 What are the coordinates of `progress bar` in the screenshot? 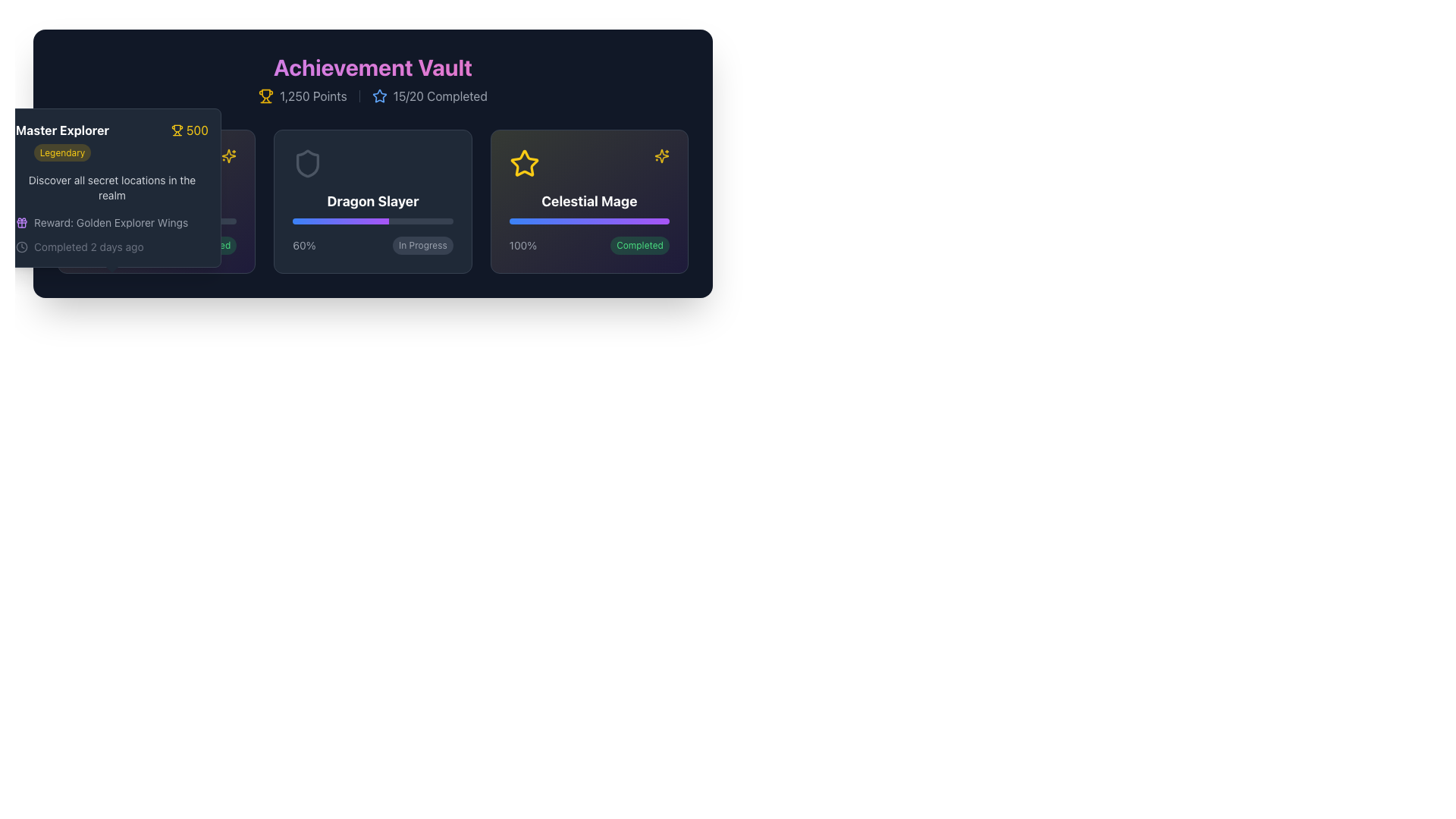 It's located at (322, 221).